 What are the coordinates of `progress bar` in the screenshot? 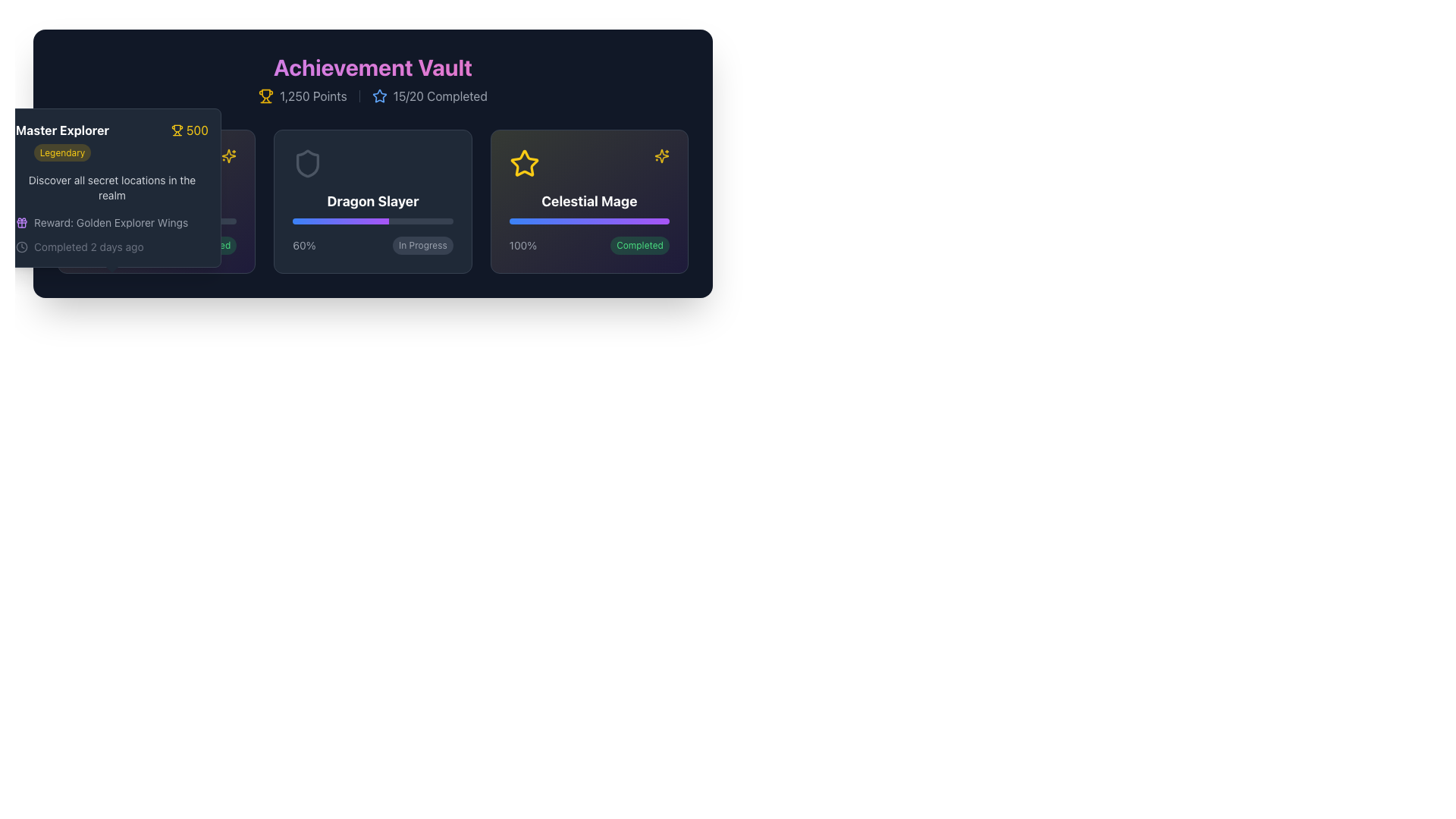 It's located at (322, 221).